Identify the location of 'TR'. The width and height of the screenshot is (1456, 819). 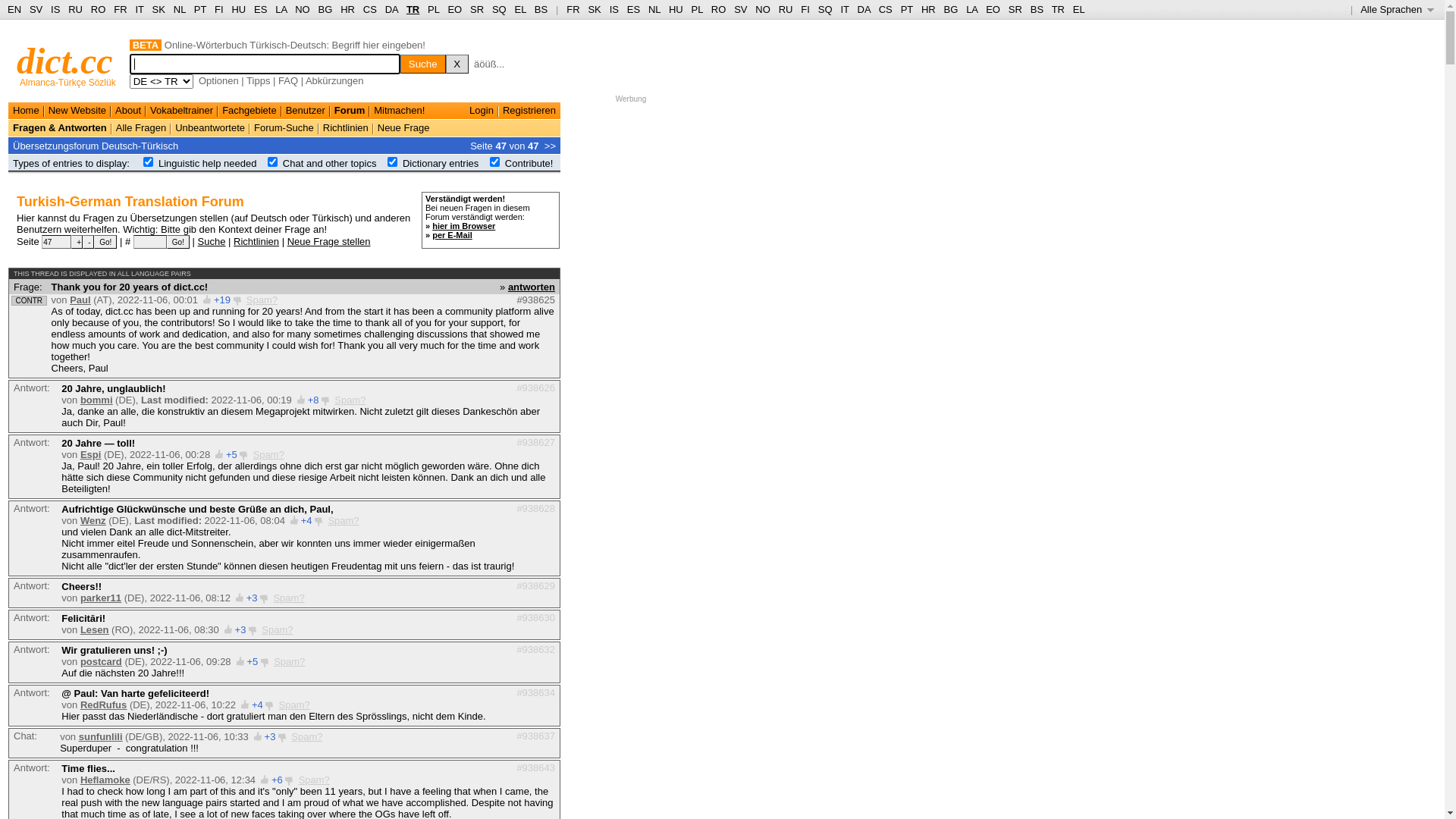
(1051, 9).